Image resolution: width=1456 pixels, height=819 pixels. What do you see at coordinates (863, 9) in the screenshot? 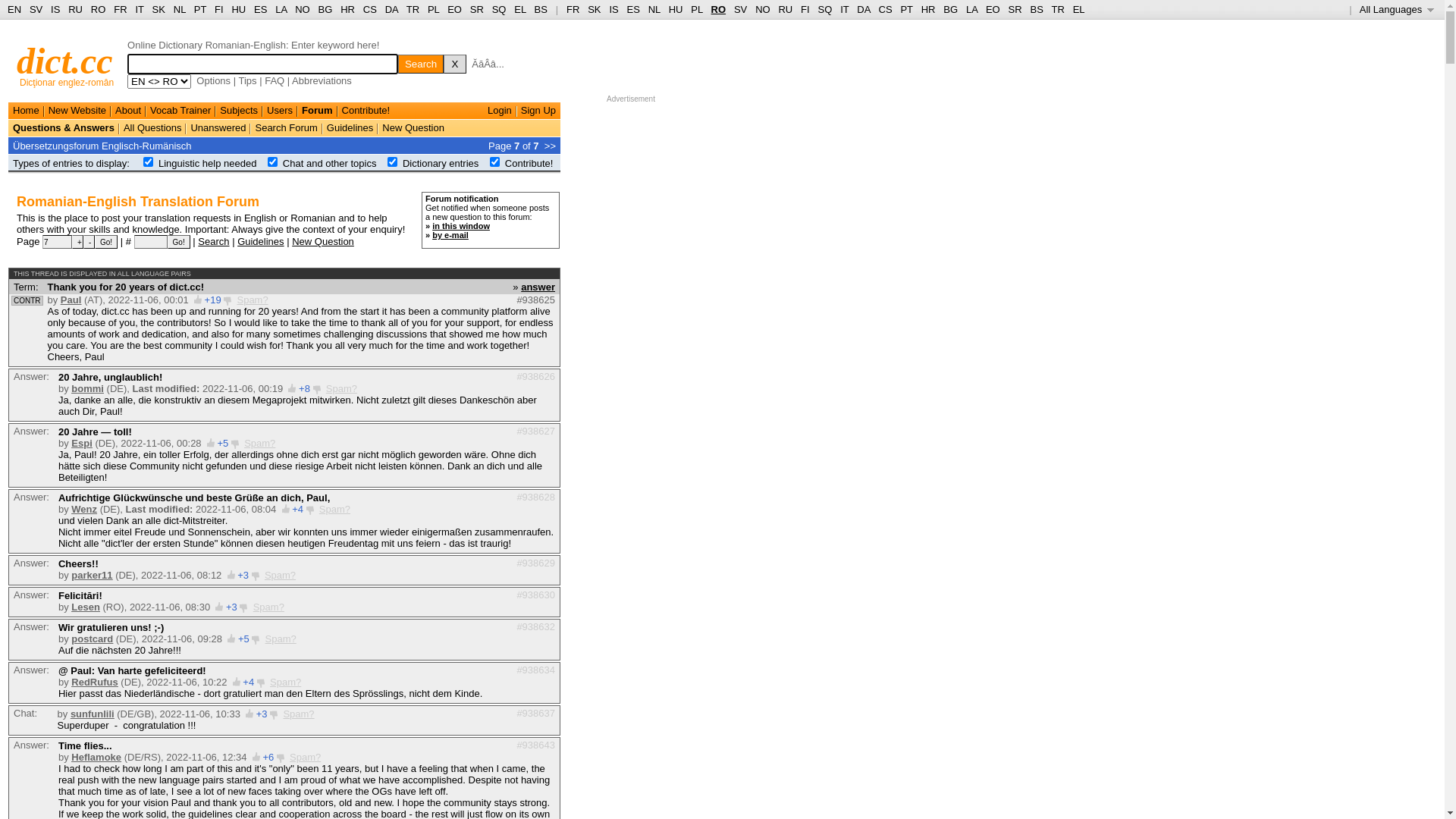
I see `'DA'` at bounding box center [863, 9].